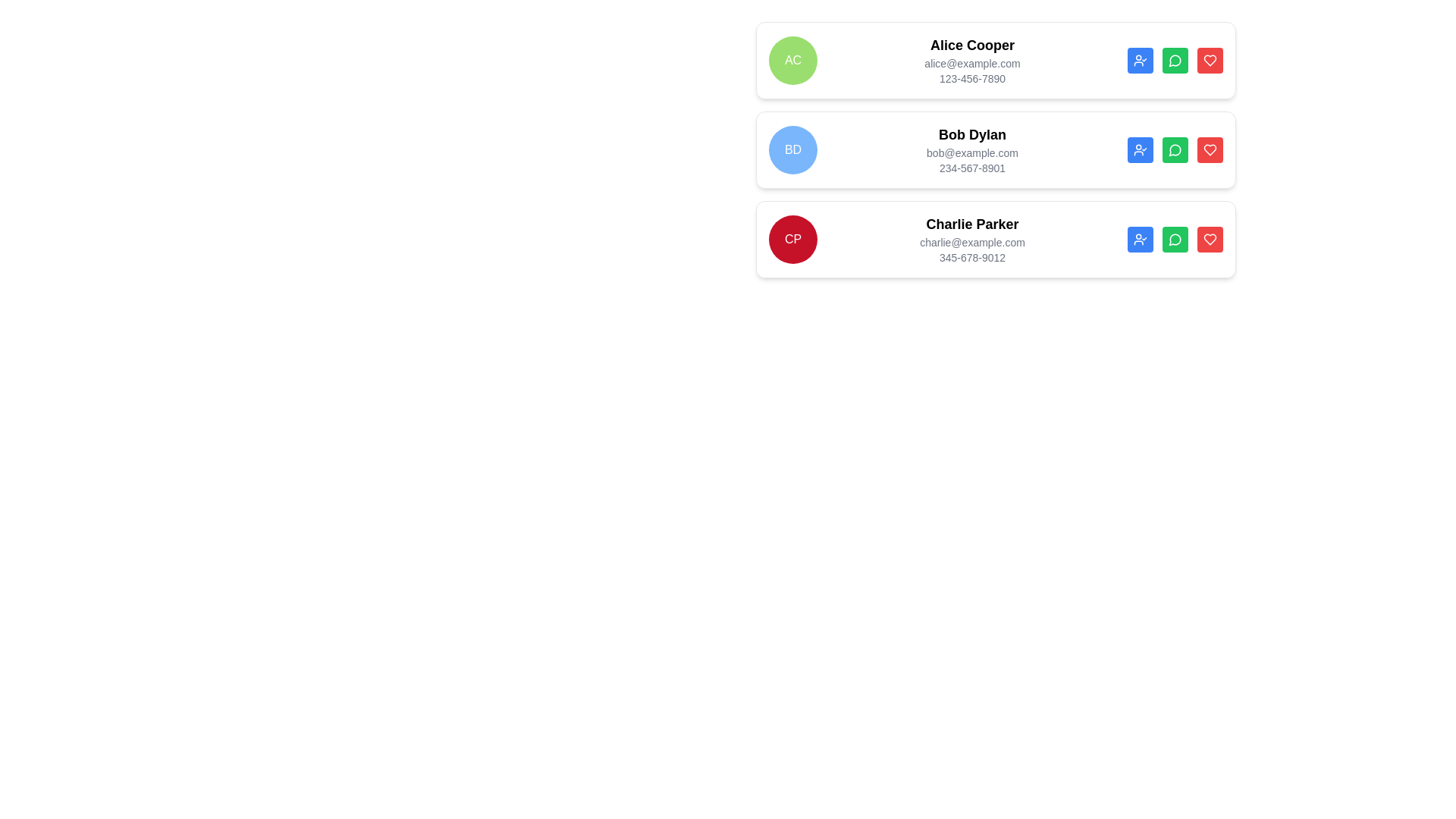  I want to click on the phone number text display located below the email address 'charlie@example.com' in the 'Charlie Parker' contact card, so click(972, 256).